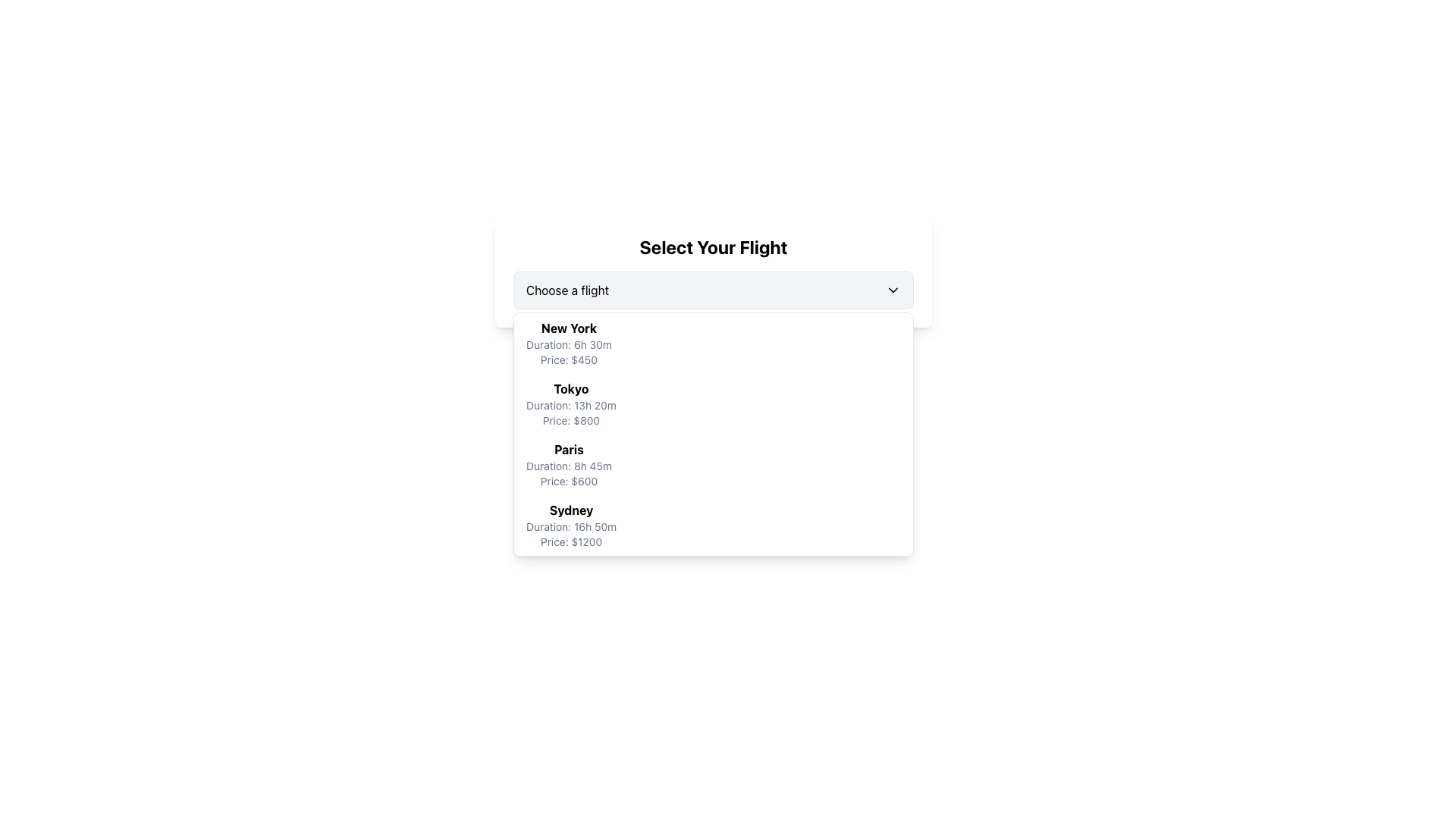 The height and width of the screenshot is (819, 1456). I want to click on the static text displaying the price information for the Paris flight option, located below the 'Duration: 8h 45m' text in the dropdown menu, so click(568, 482).